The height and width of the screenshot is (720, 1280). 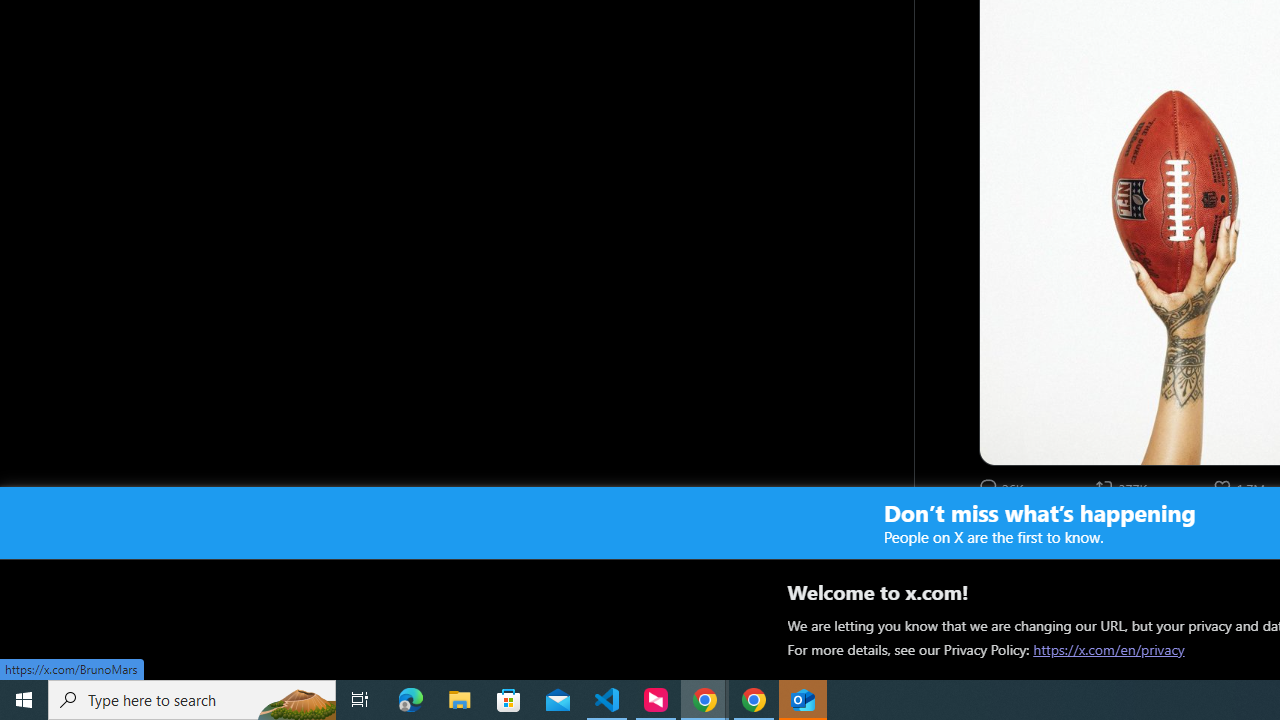 I want to click on '26148 Replies. Reply', so click(x=1003, y=487).